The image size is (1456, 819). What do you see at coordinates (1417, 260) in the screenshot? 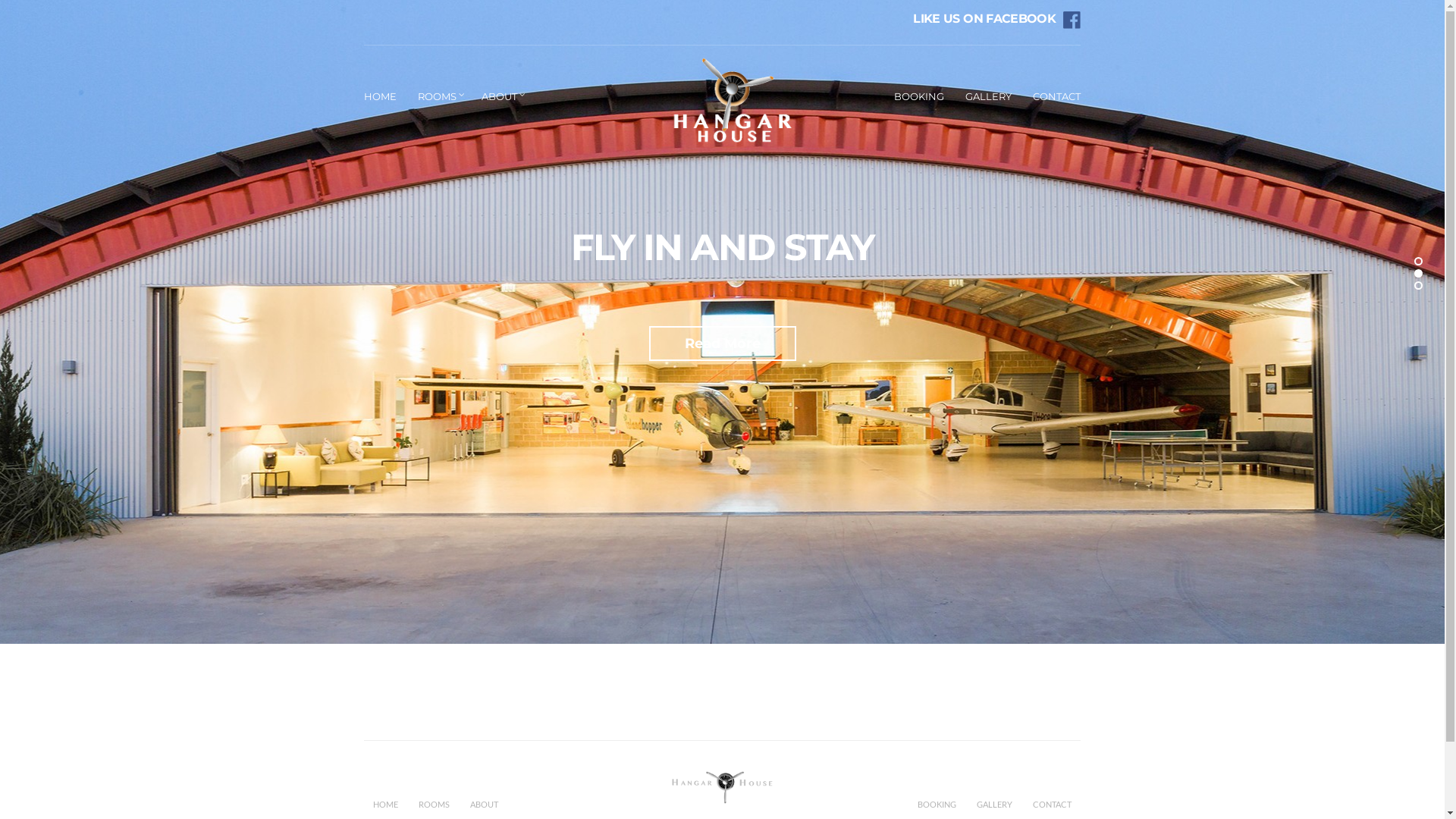
I see `'1'` at bounding box center [1417, 260].